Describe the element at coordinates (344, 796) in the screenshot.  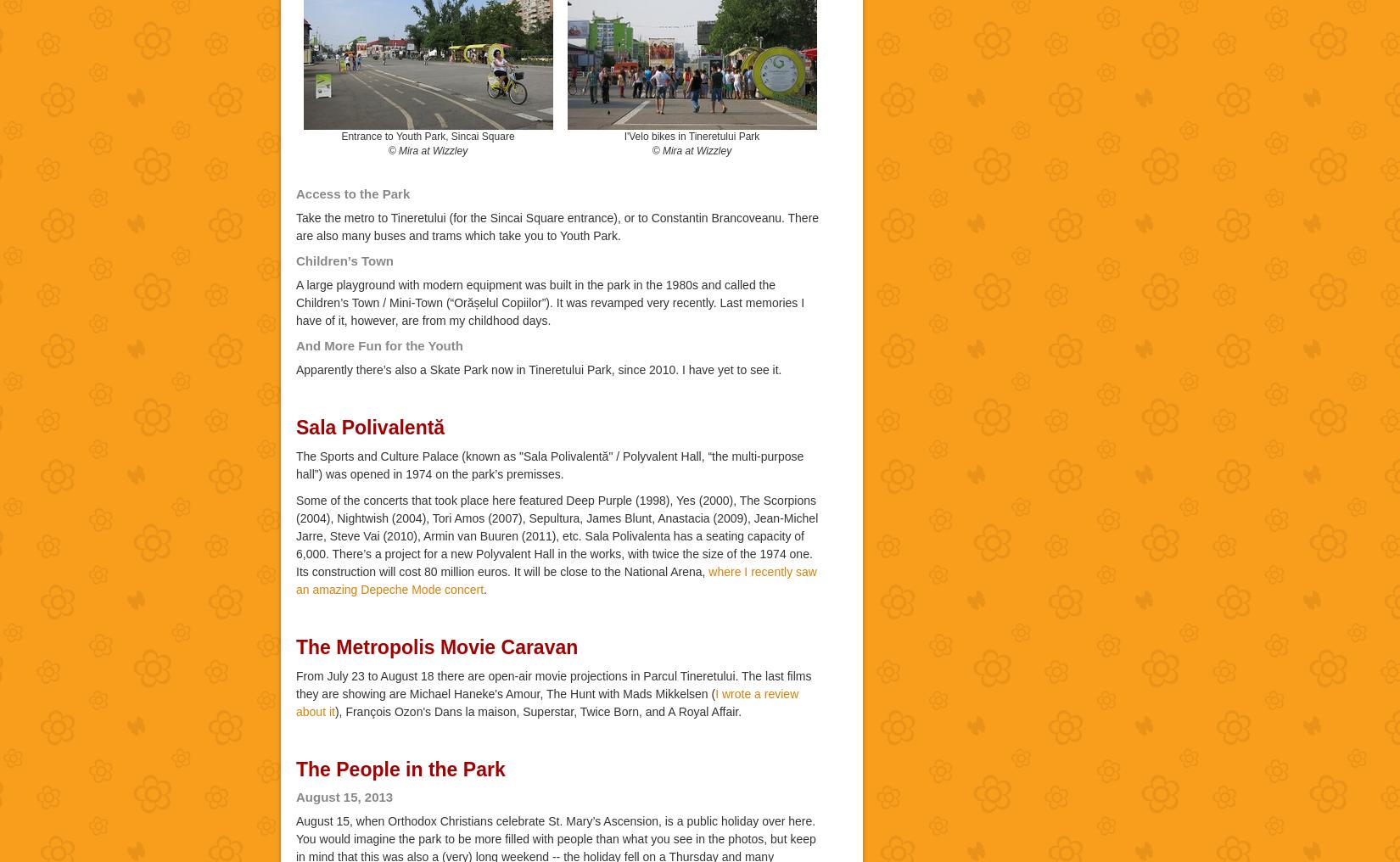
I see `'August 15, 2013'` at that location.